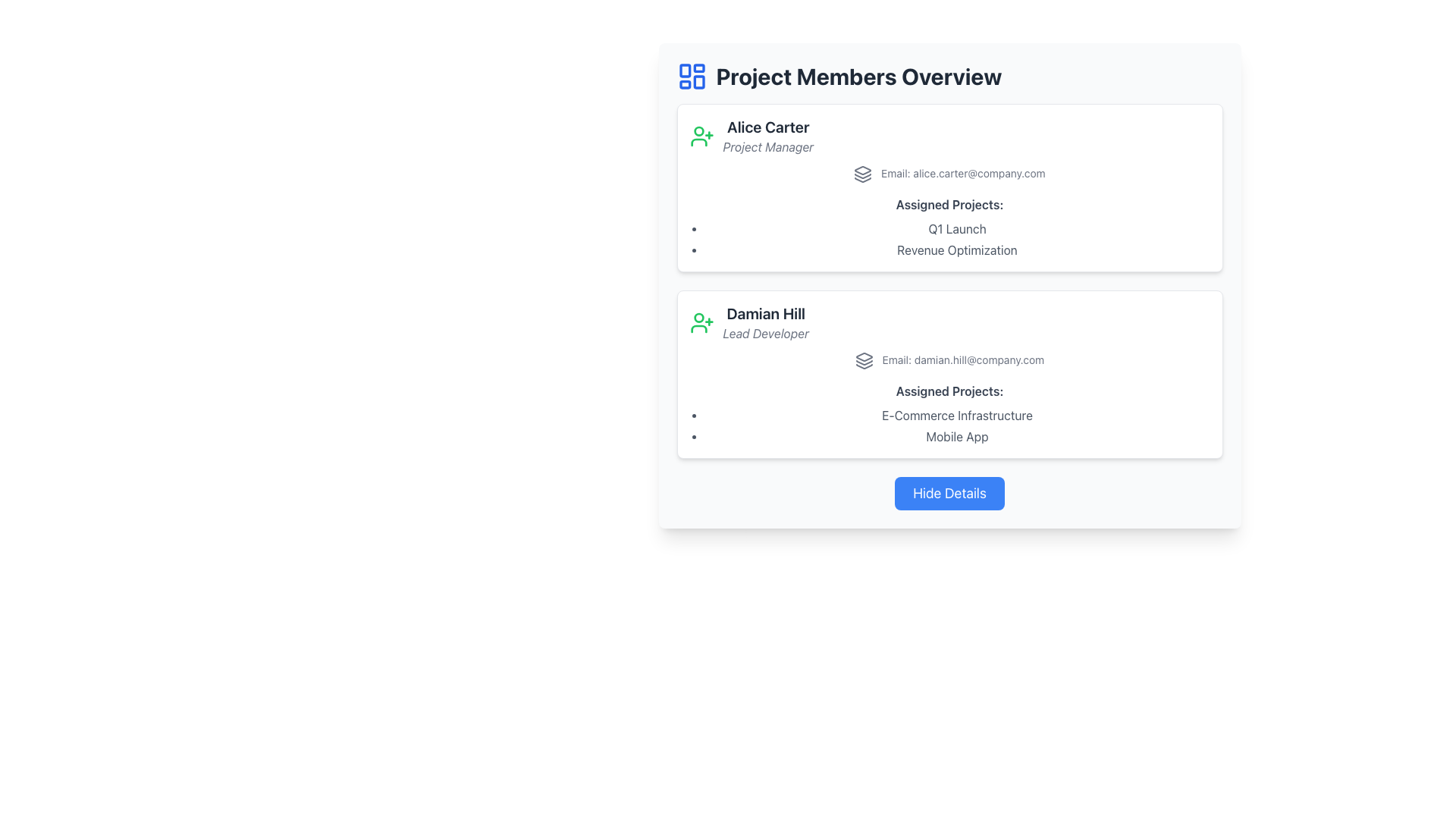  What do you see at coordinates (956, 239) in the screenshot?
I see `text content of the bullet list item 'Q1 Launch' and 'Revenue Optimization' located in the 'Assigned Projects:' section of Alice Carter's profile card` at bounding box center [956, 239].